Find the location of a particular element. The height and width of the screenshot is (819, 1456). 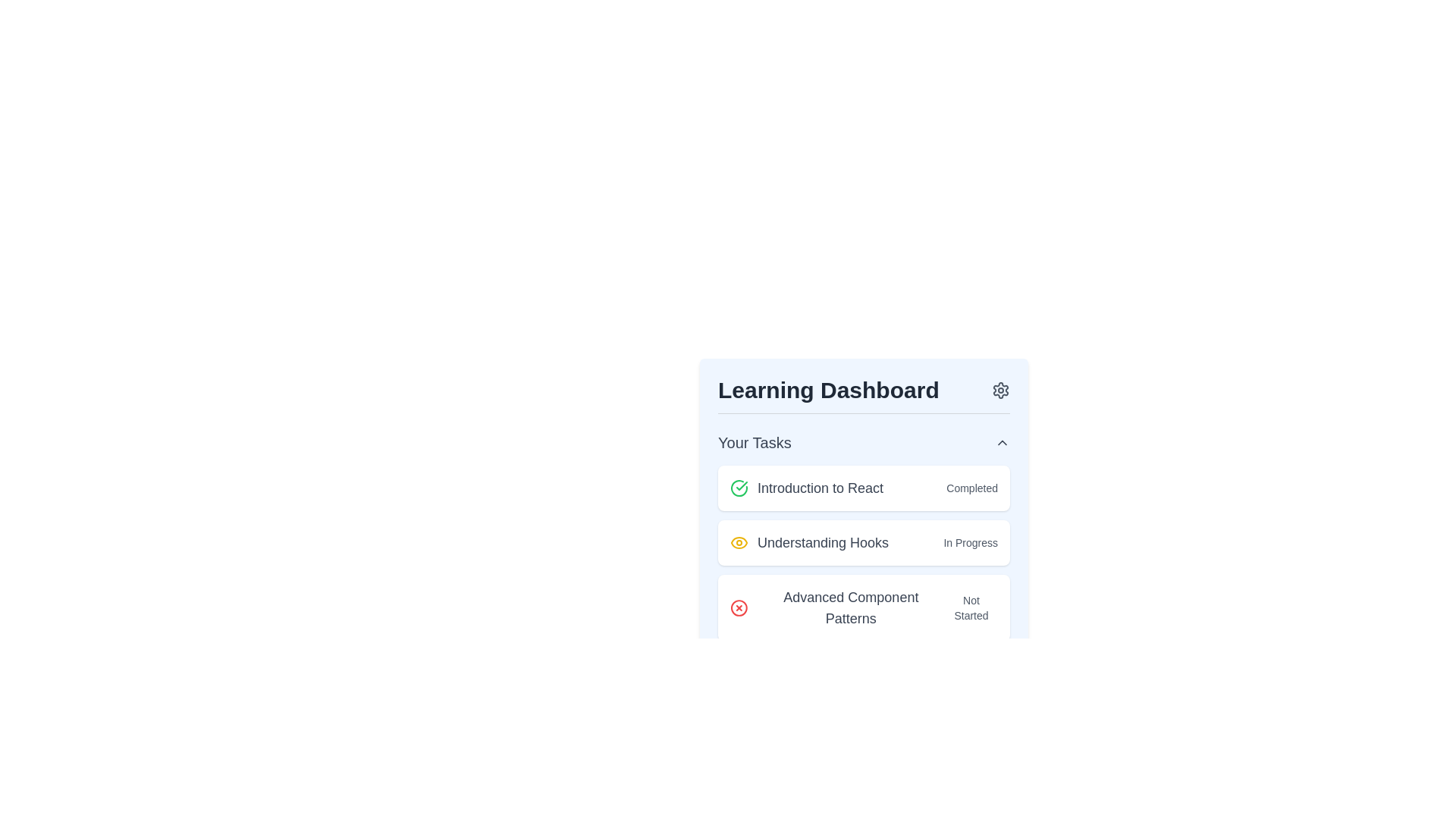

the text label 'Understanding Hooks' in the 'Your Tasks' section is located at coordinates (808, 542).